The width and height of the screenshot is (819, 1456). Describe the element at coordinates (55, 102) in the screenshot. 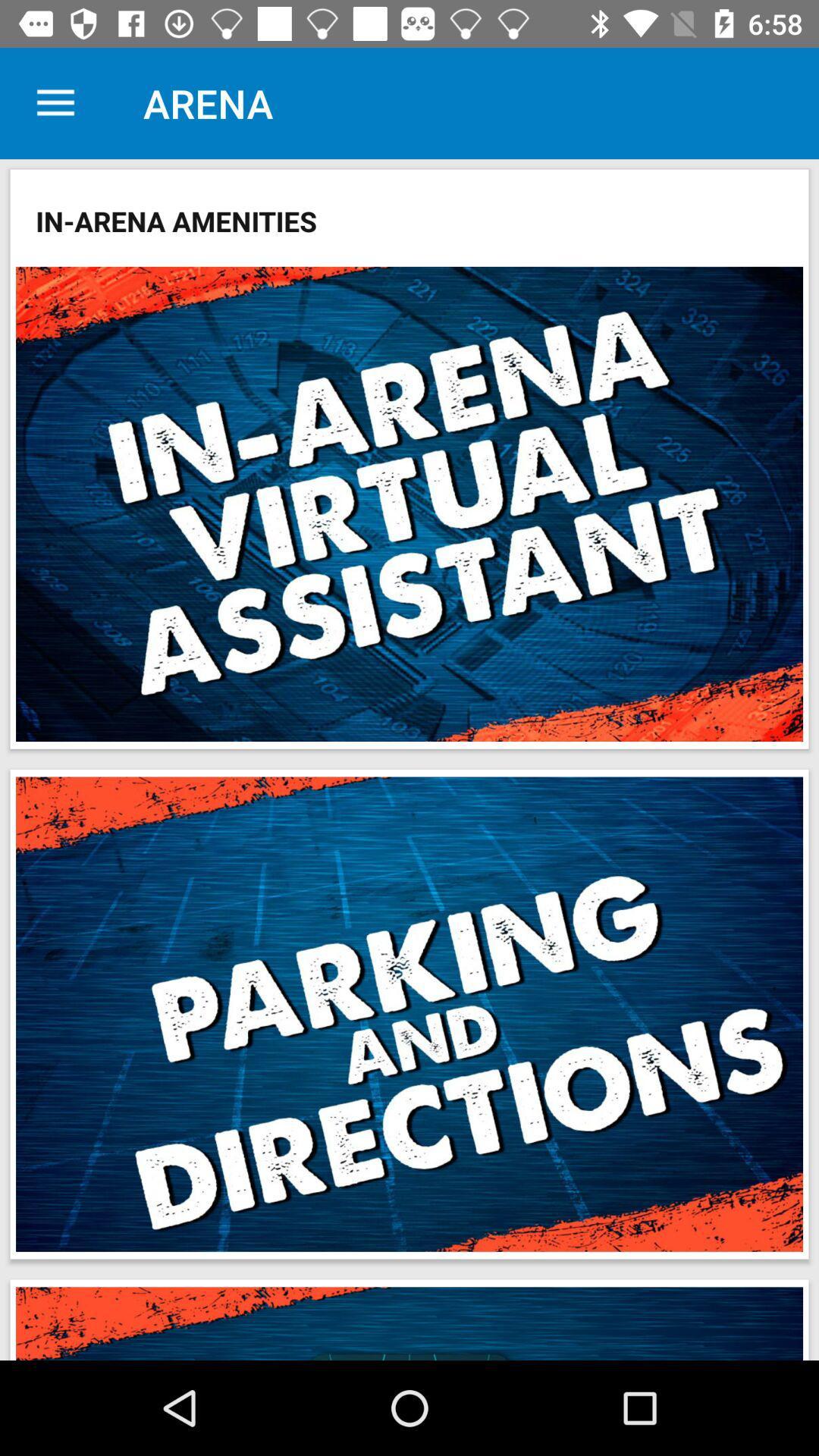

I see `item next to the arena item` at that location.